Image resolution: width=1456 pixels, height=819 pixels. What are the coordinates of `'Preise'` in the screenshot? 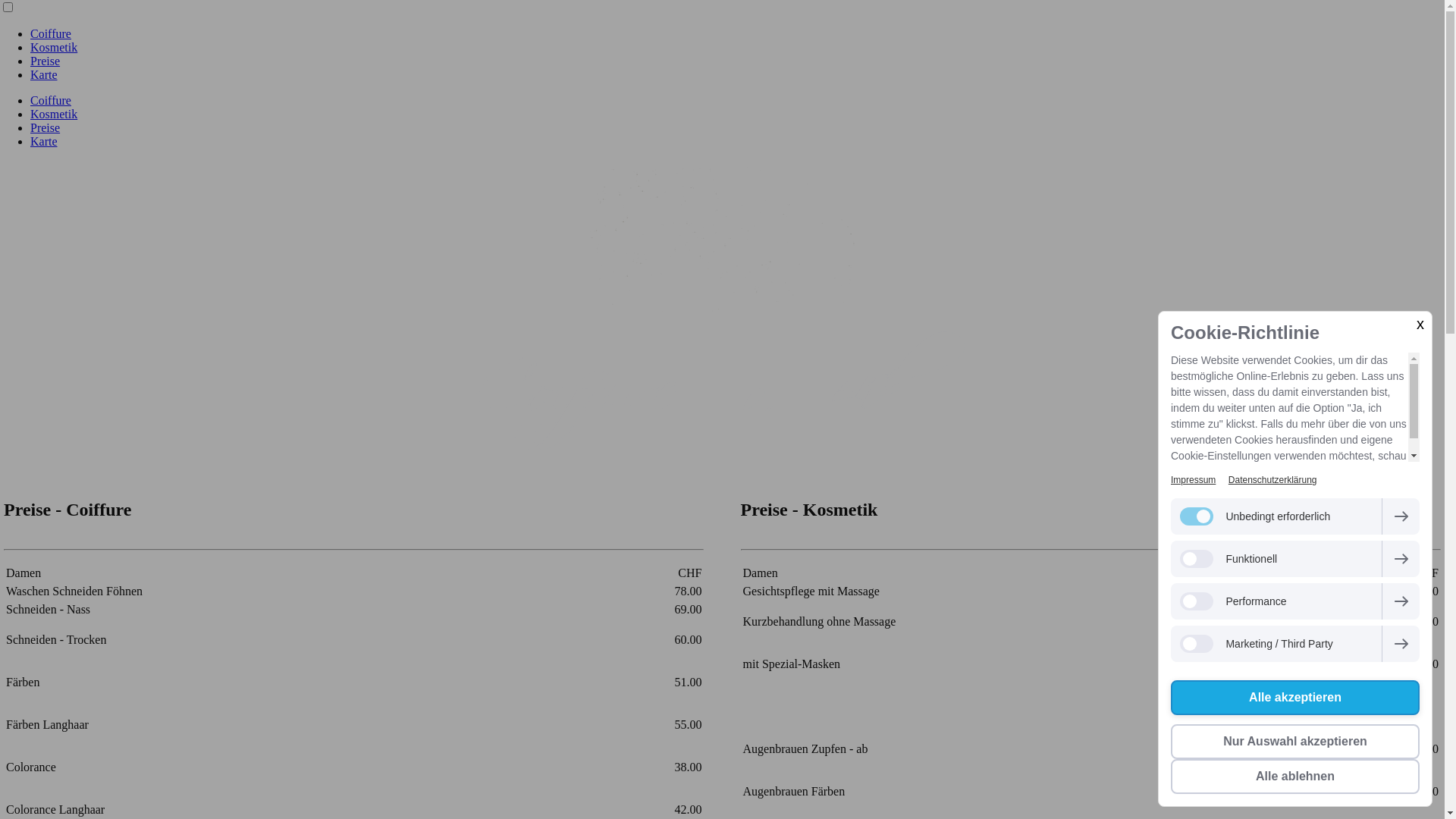 It's located at (45, 60).